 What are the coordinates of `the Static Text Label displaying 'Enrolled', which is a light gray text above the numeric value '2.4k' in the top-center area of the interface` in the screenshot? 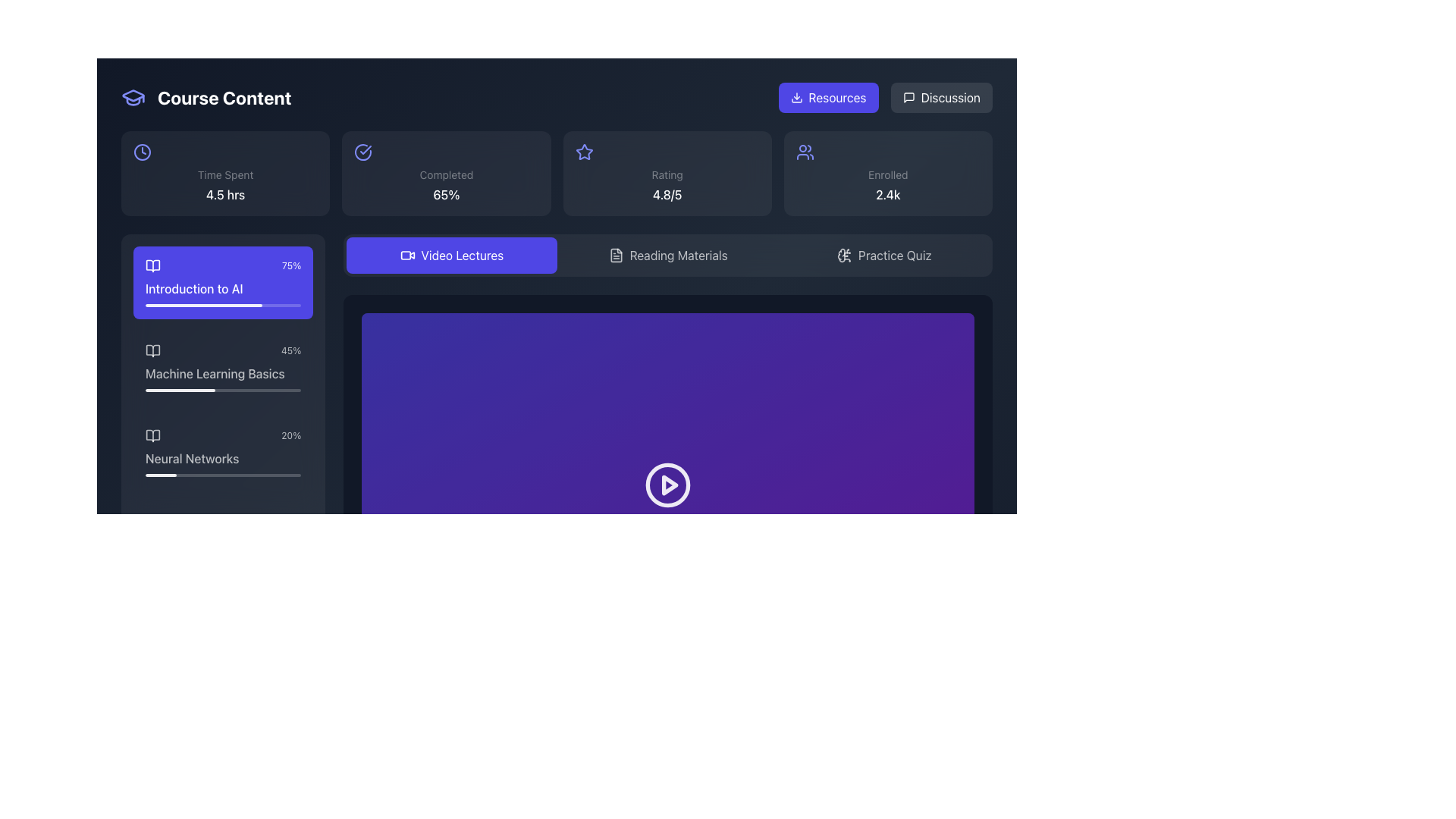 It's located at (888, 174).